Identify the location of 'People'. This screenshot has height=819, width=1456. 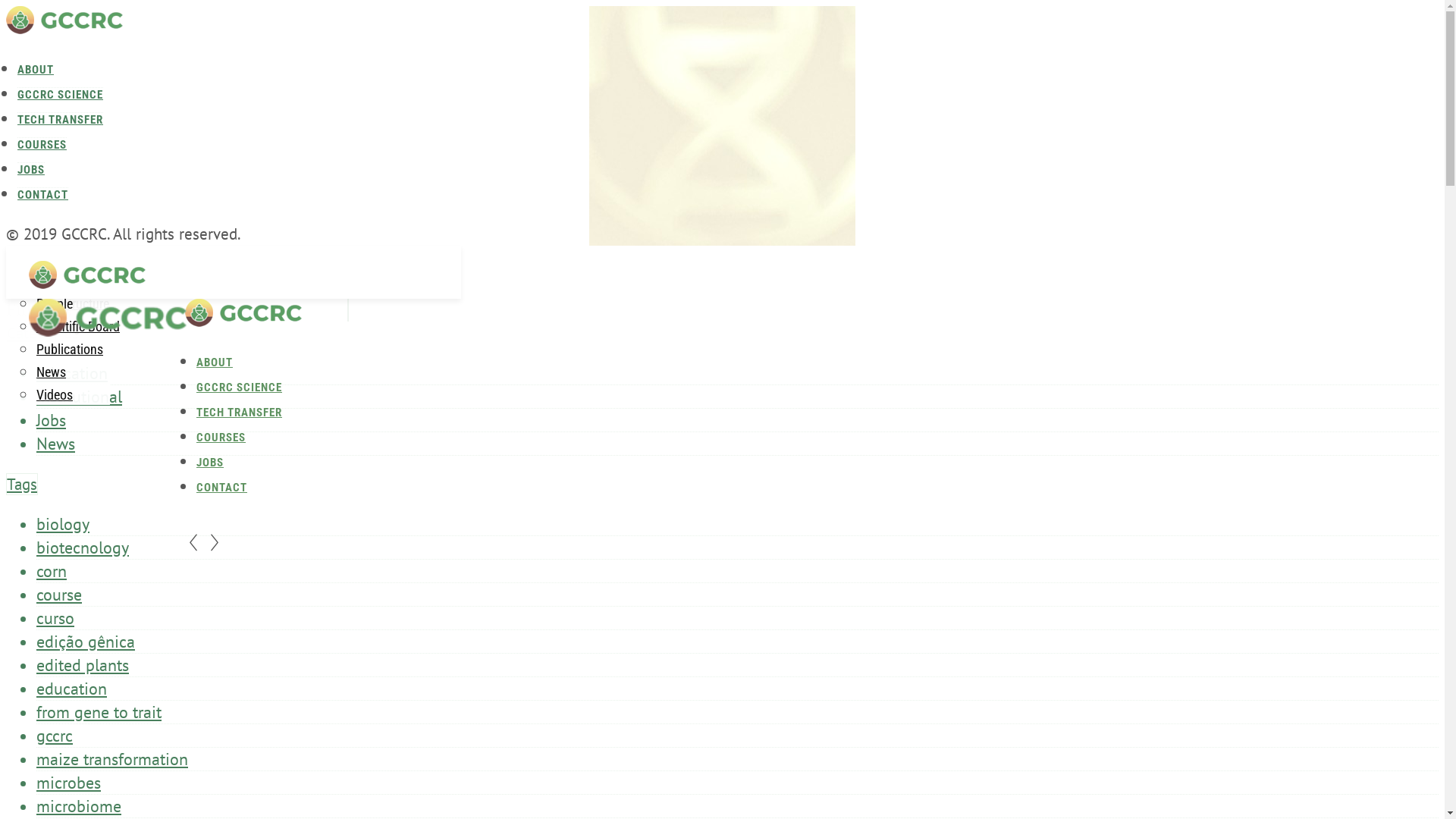
(55, 303).